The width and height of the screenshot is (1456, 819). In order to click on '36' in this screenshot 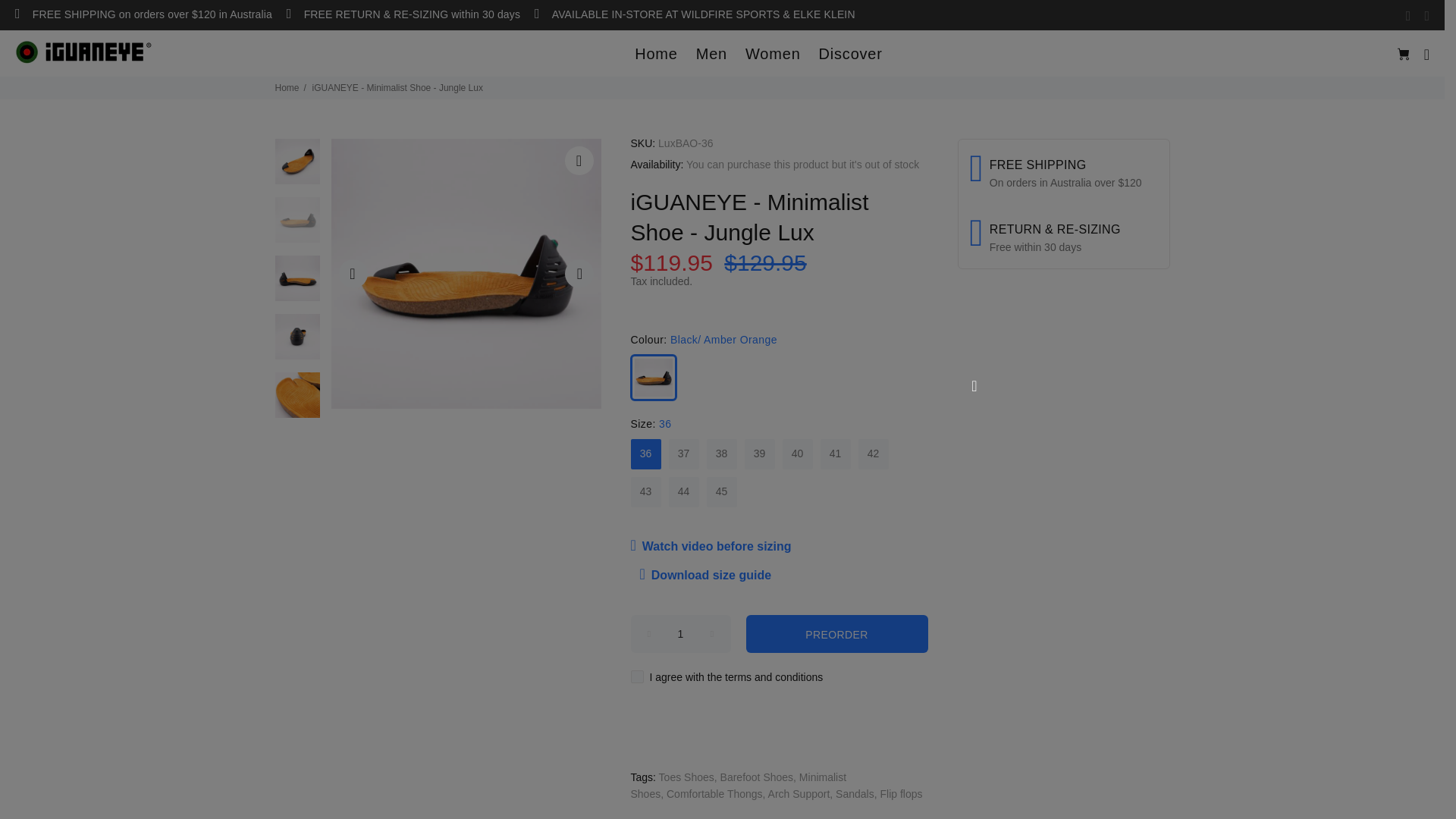, I will do `click(630, 453)`.